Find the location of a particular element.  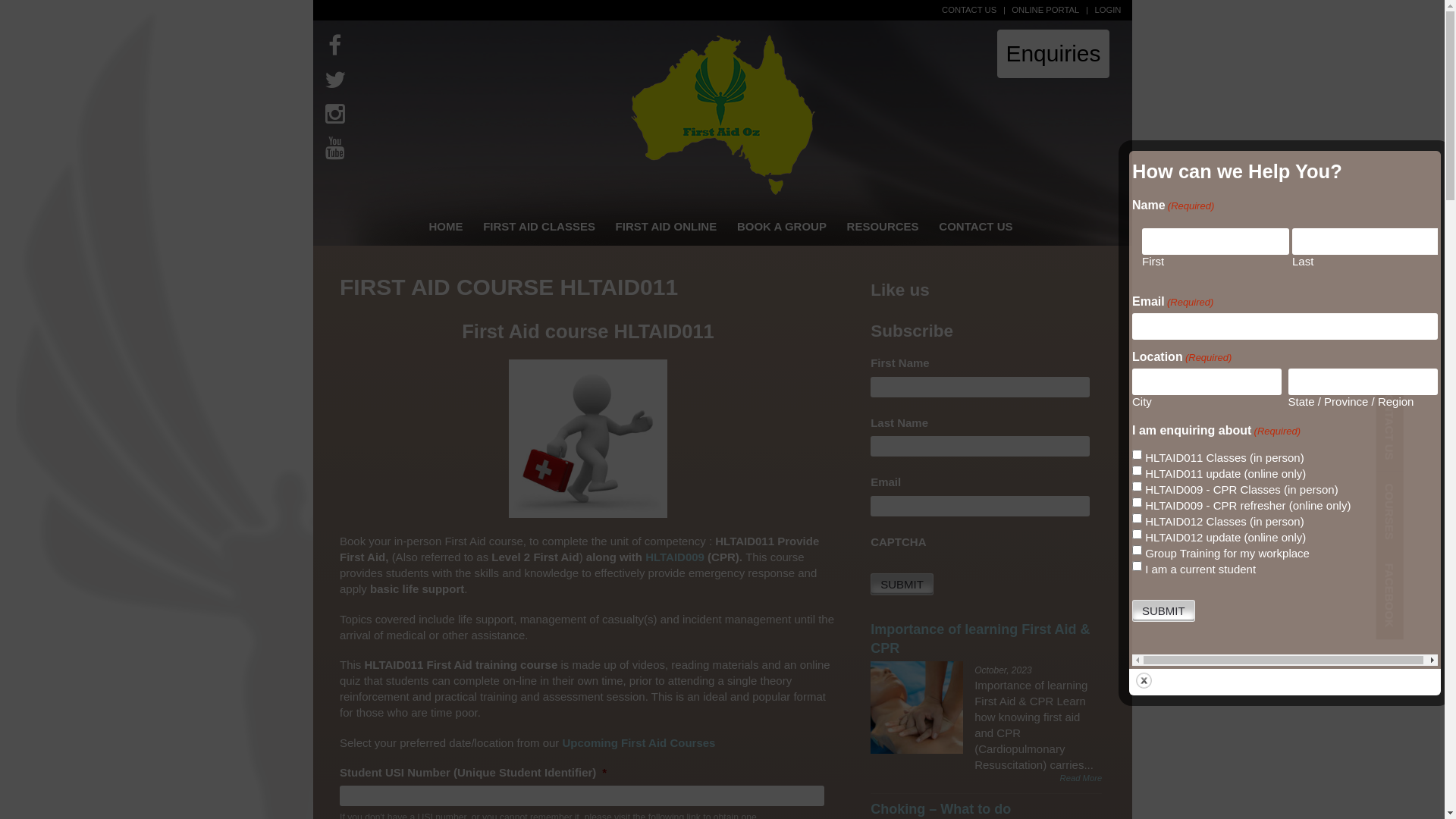

'CONTACT US' is located at coordinates (965, 9).